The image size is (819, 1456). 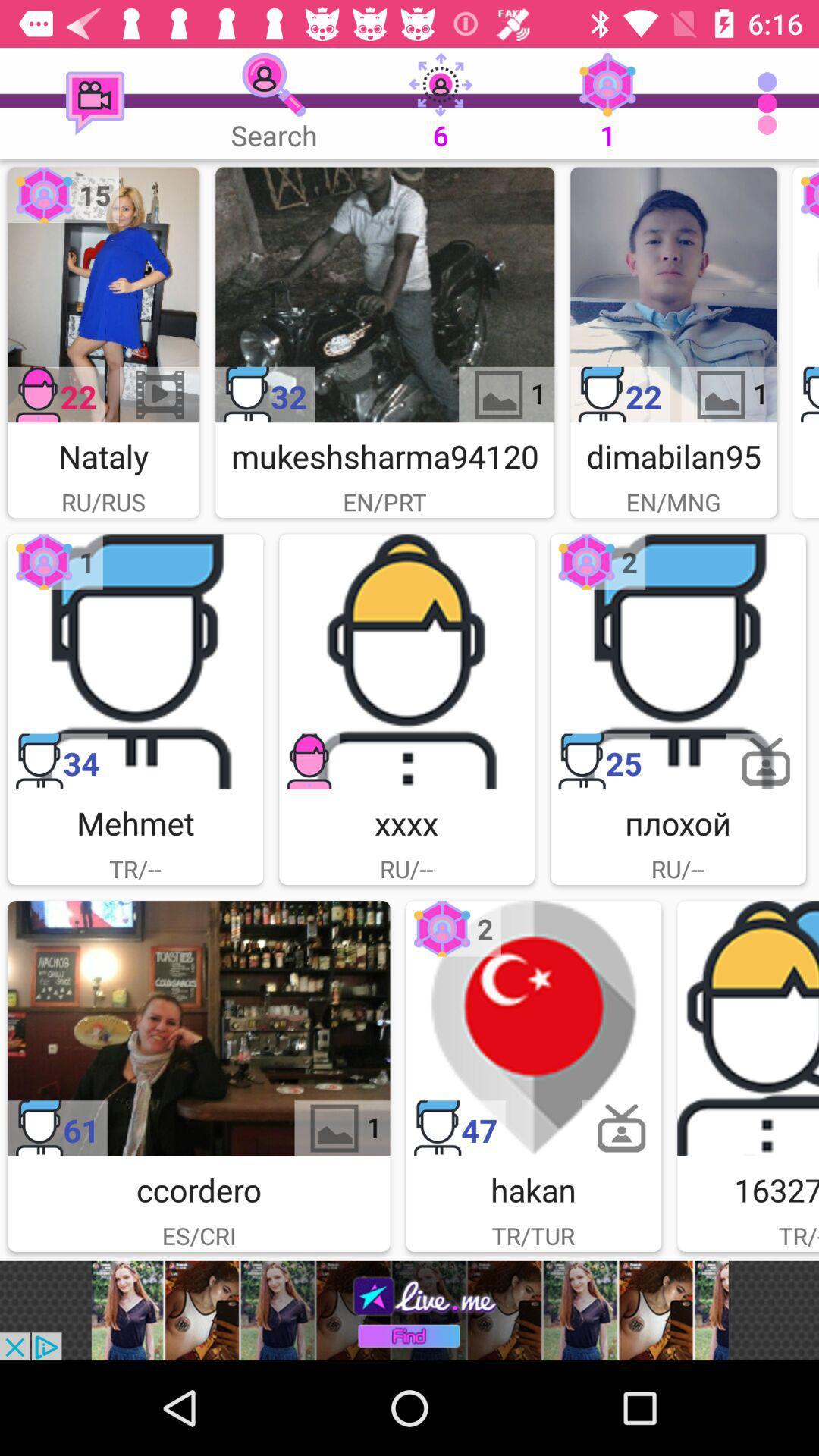 What do you see at coordinates (102, 294) in the screenshot?
I see `selection chioce` at bounding box center [102, 294].